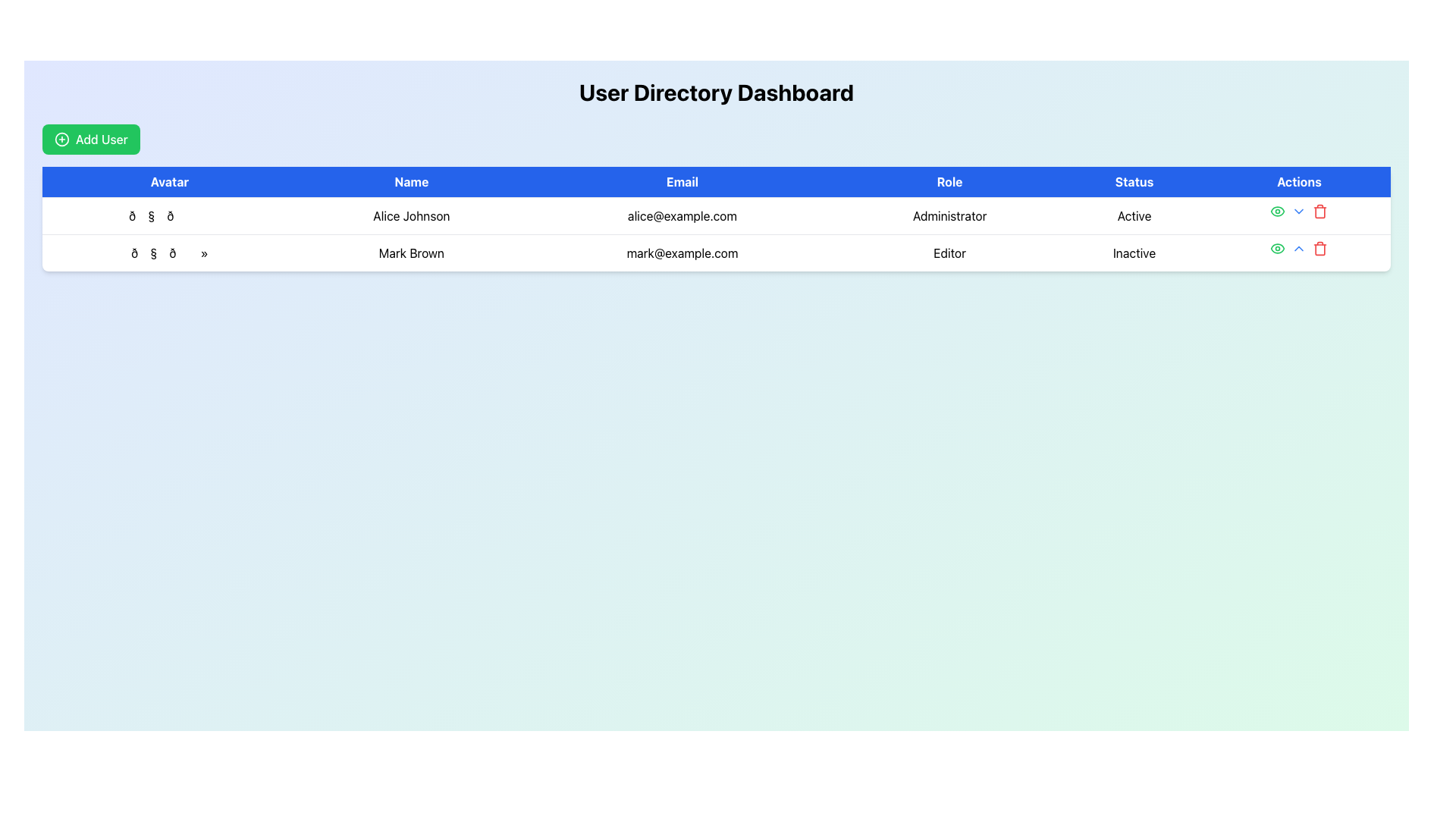 This screenshot has height=819, width=1456. I want to click on the text label displaying 'Editor' in the Role column of the second row for the entry 'Mark Brown', so click(949, 252).